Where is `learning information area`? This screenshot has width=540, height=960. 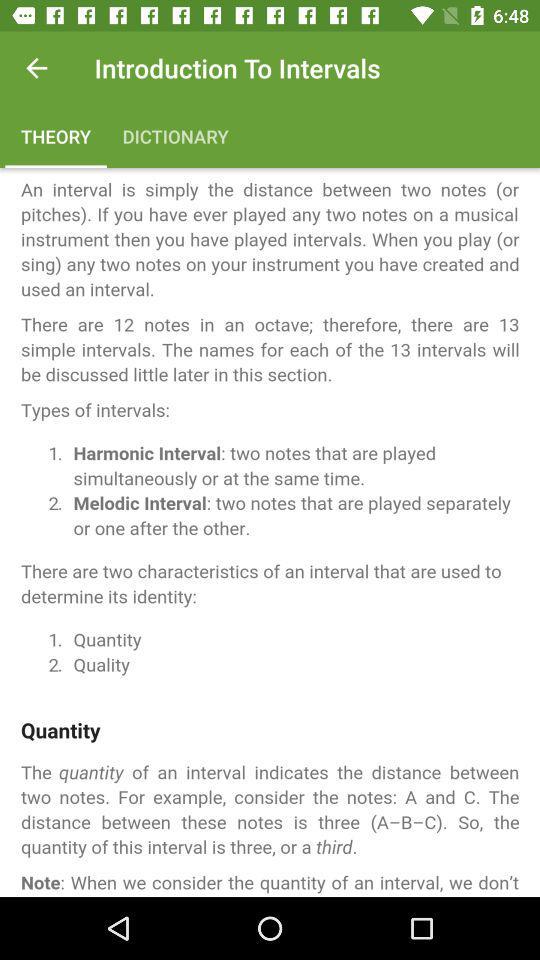
learning information area is located at coordinates (270, 531).